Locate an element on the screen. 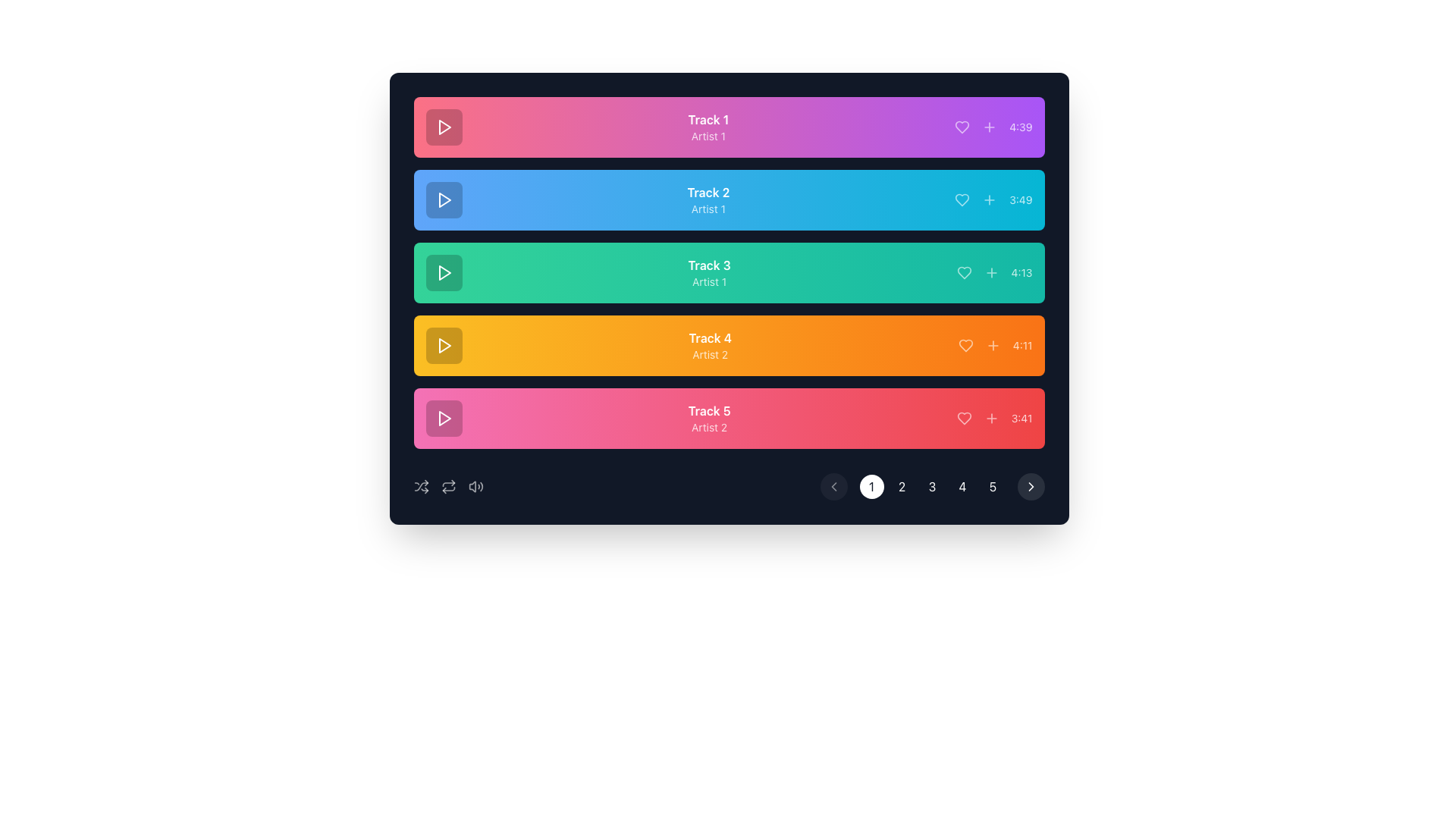 This screenshot has height=819, width=1456. the small '+' icon button located in the track listing interface for 'Track 2', positioned to the right of the heart symbol and to the left of the track duration '3:49' is located at coordinates (990, 199).